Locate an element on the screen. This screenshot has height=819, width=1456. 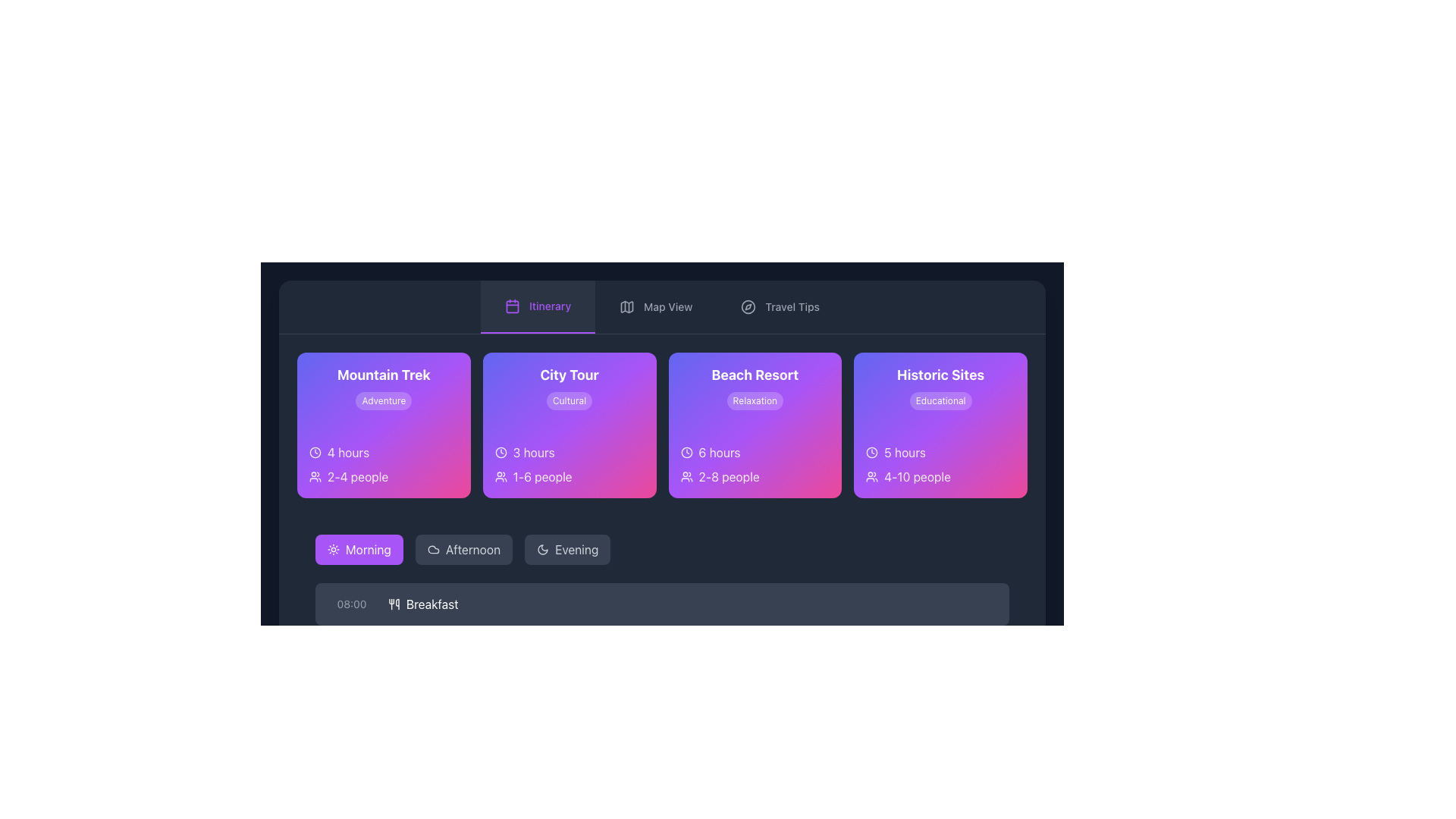
the clock-shaped icon located to the left of the text '6 hours' in the 'Beach Resort' section is located at coordinates (686, 452).